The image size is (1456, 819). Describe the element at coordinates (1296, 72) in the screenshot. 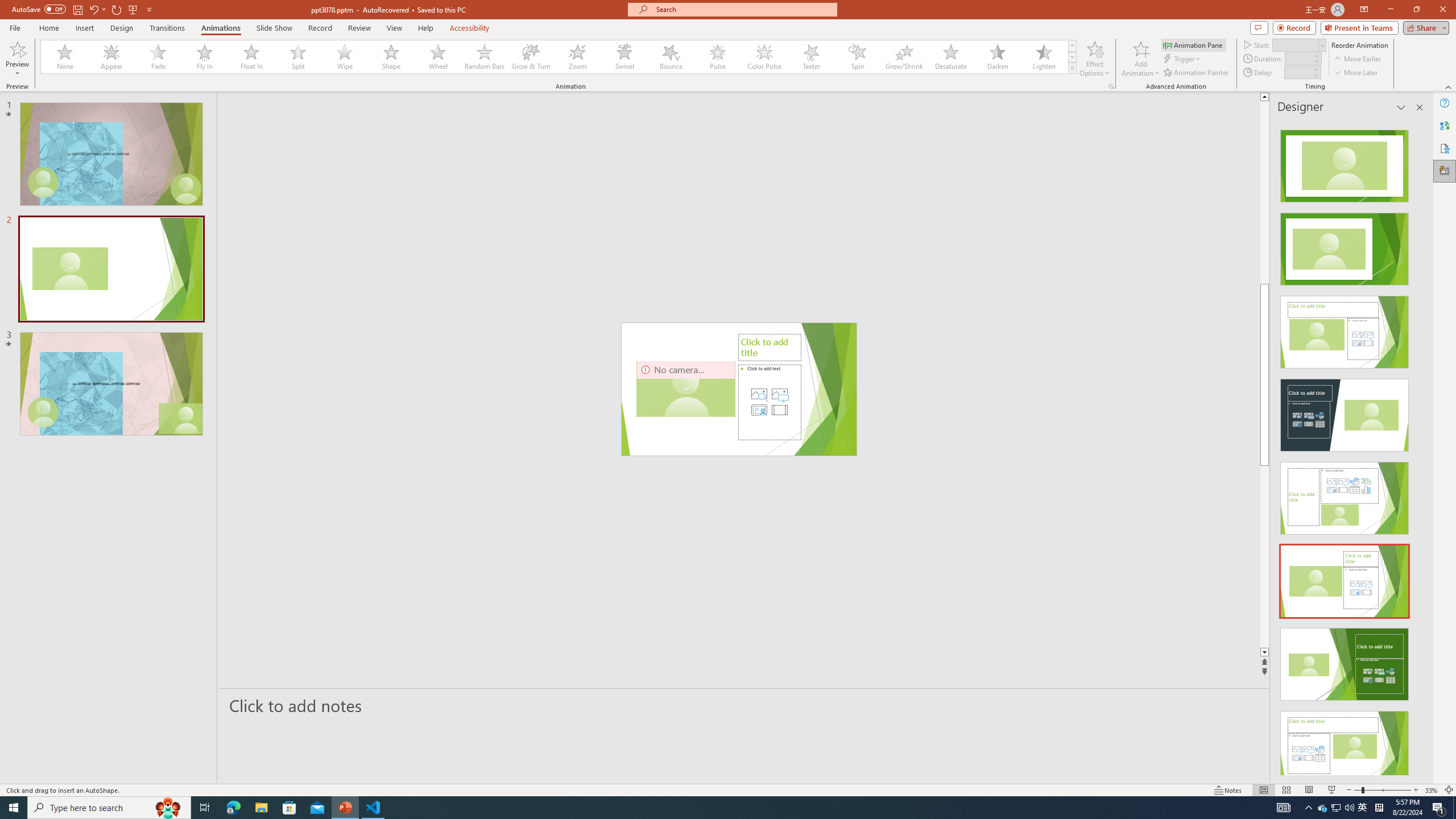

I see `'Animation Delay'` at that location.